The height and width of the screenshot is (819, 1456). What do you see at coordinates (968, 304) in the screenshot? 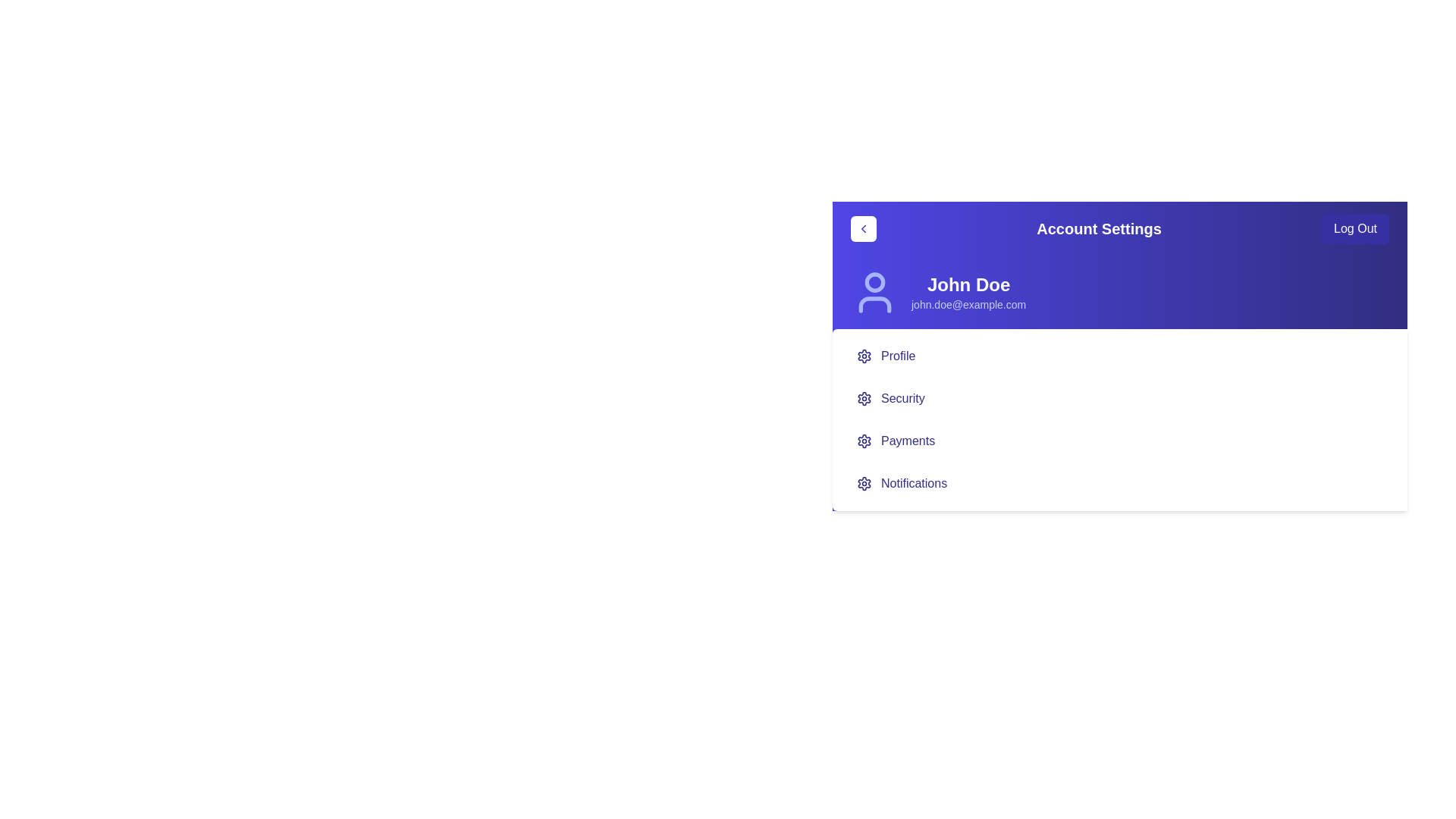
I see `email address displayed in the Text Display located below 'John Doe' in the Account Settings section` at bounding box center [968, 304].